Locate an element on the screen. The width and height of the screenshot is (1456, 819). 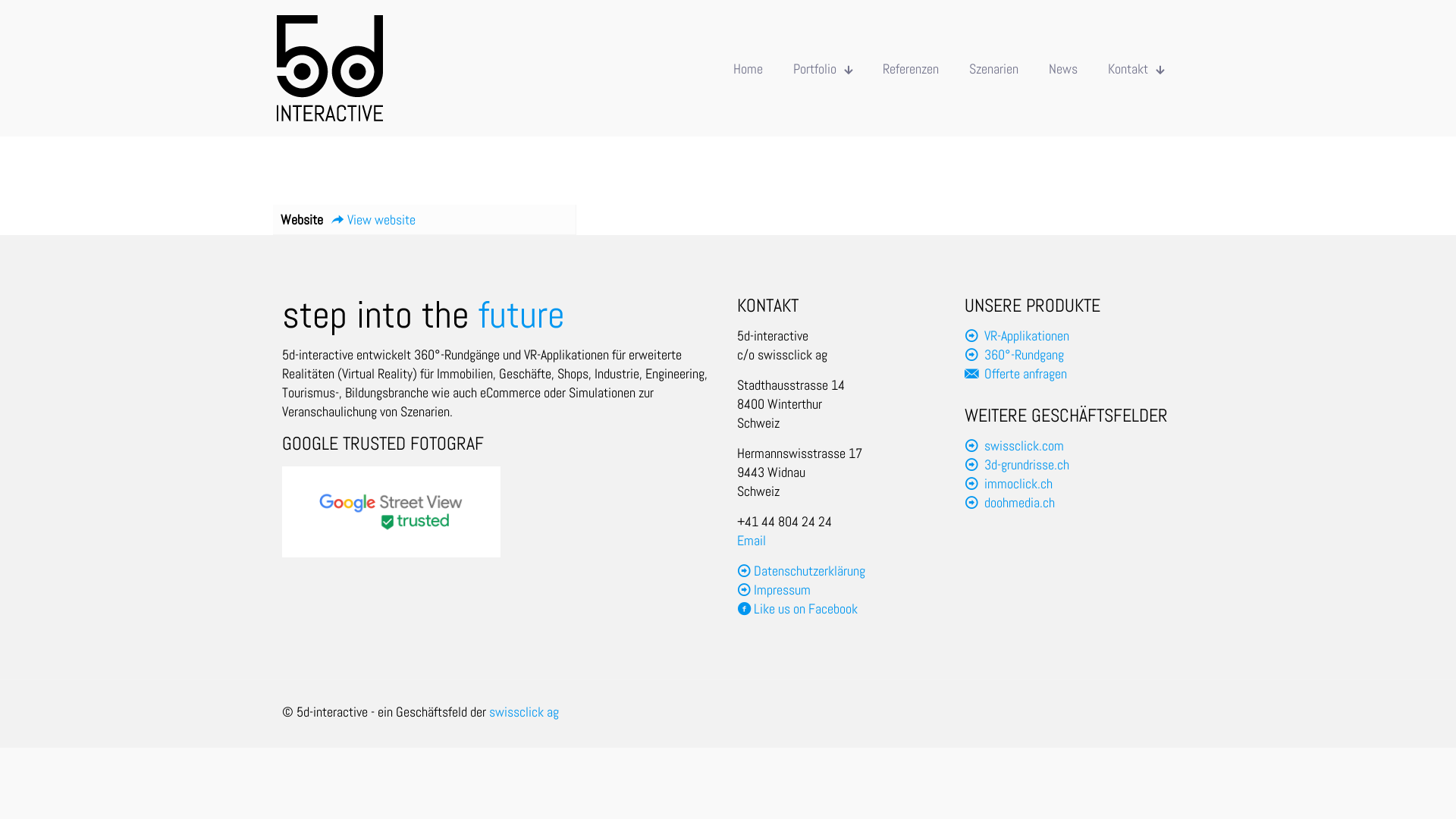
'swissclick ag' is located at coordinates (488, 711).